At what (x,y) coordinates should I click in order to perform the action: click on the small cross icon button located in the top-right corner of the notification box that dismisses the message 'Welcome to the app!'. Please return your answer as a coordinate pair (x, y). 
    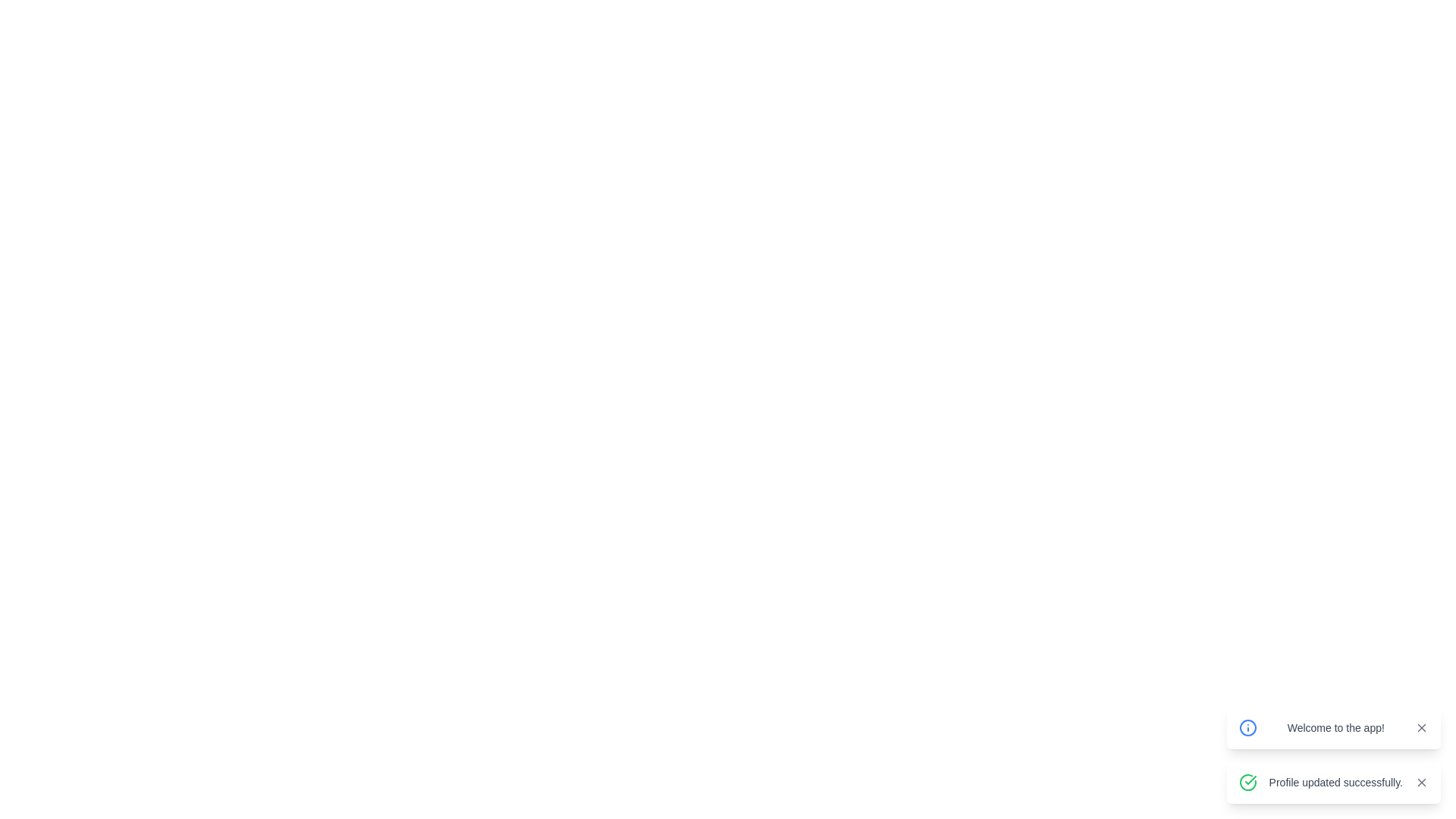
    Looking at the image, I should click on (1421, 727).